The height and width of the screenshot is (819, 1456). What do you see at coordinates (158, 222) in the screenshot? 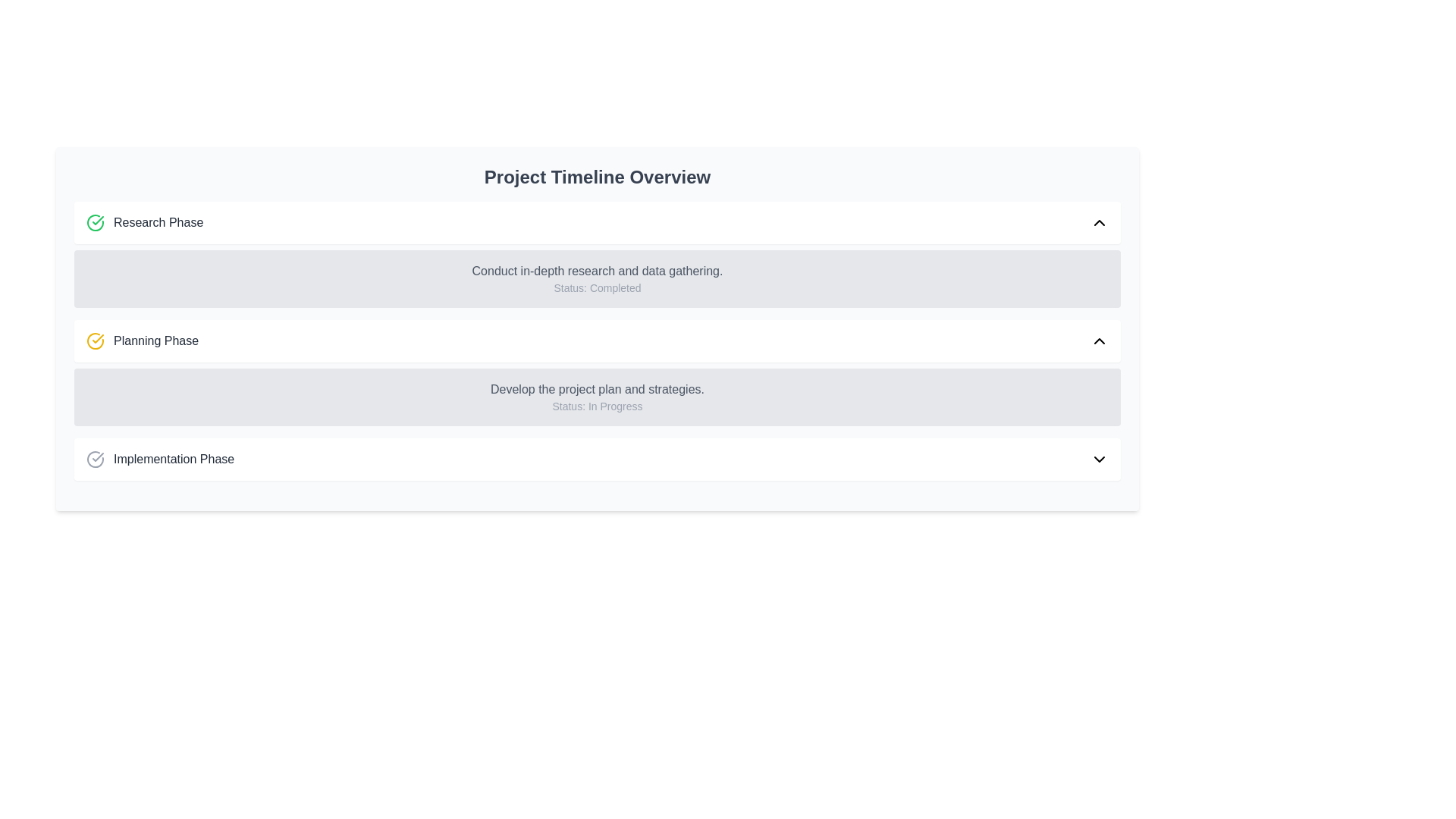
I see `the static text label that denotes the title or status descriptor for a specific phase in the project timeline, located to the right of a green circular checkmark icon` at bounding box center [158, 222].